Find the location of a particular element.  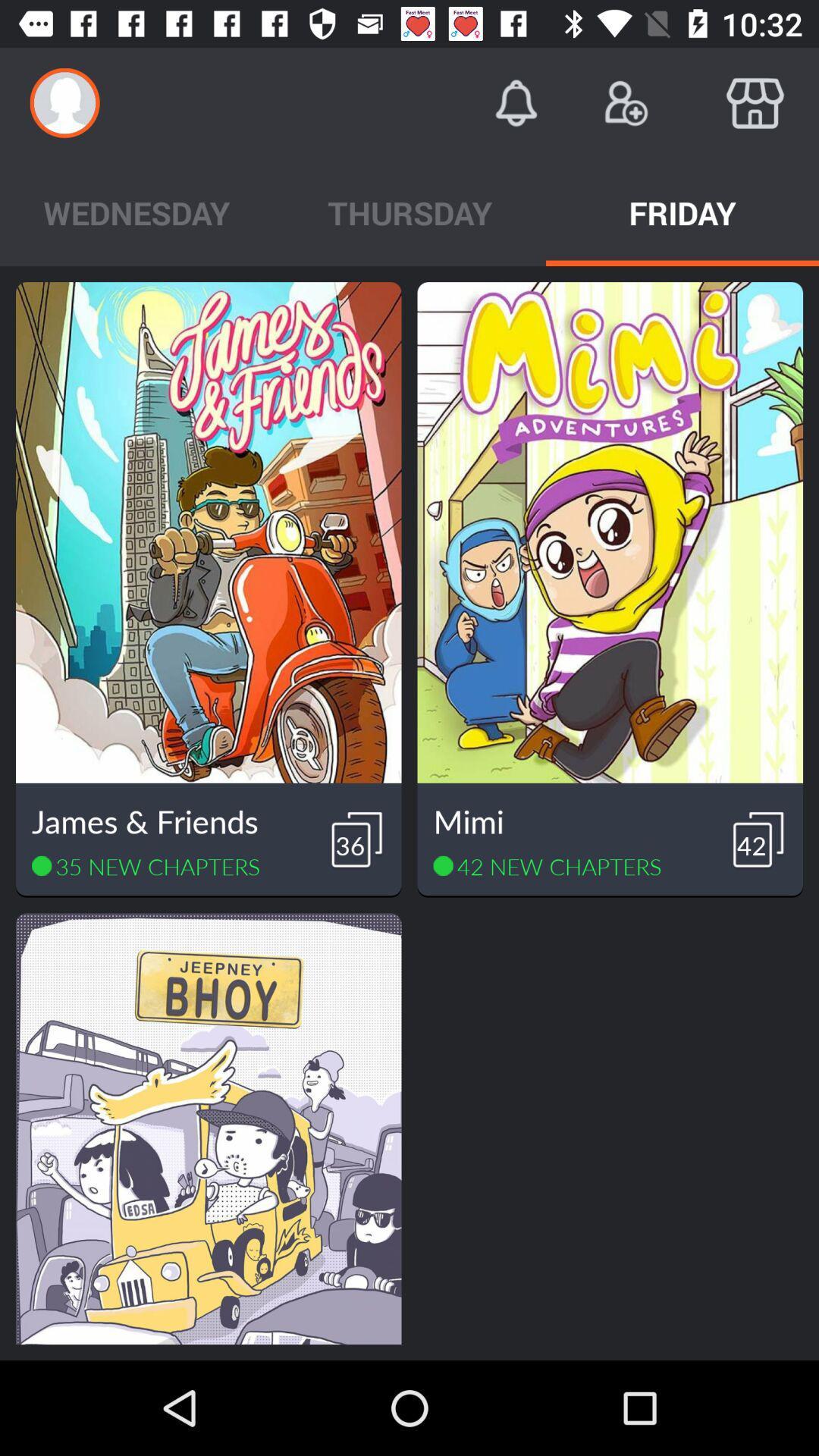

the friday  item is located at coordinates (681, 212).